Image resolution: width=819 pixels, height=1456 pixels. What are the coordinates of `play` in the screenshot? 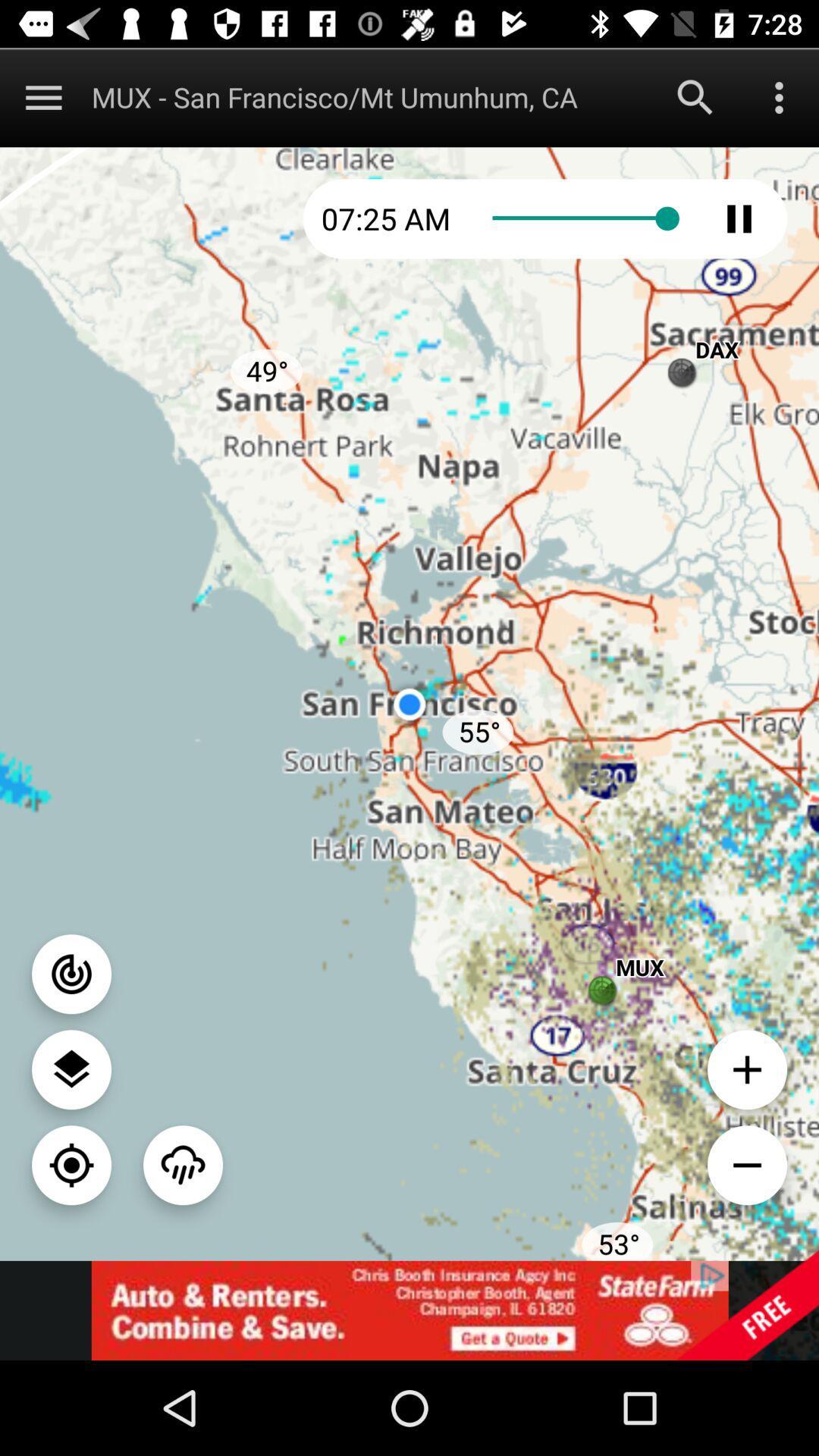 It's located at (739, 218).